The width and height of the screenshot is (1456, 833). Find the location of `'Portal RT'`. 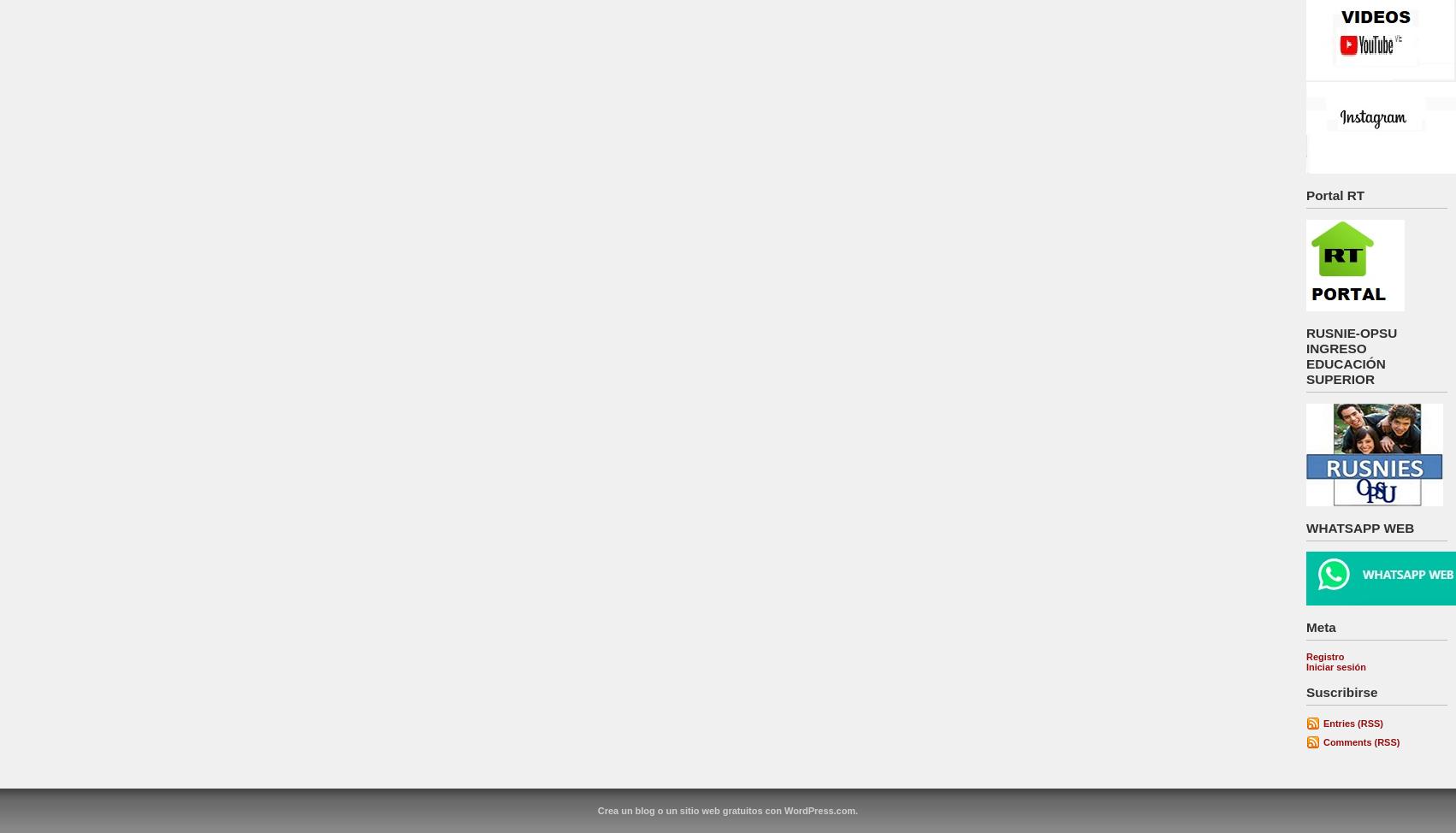

'Portal RT' is located at coordinates (1335, 195).